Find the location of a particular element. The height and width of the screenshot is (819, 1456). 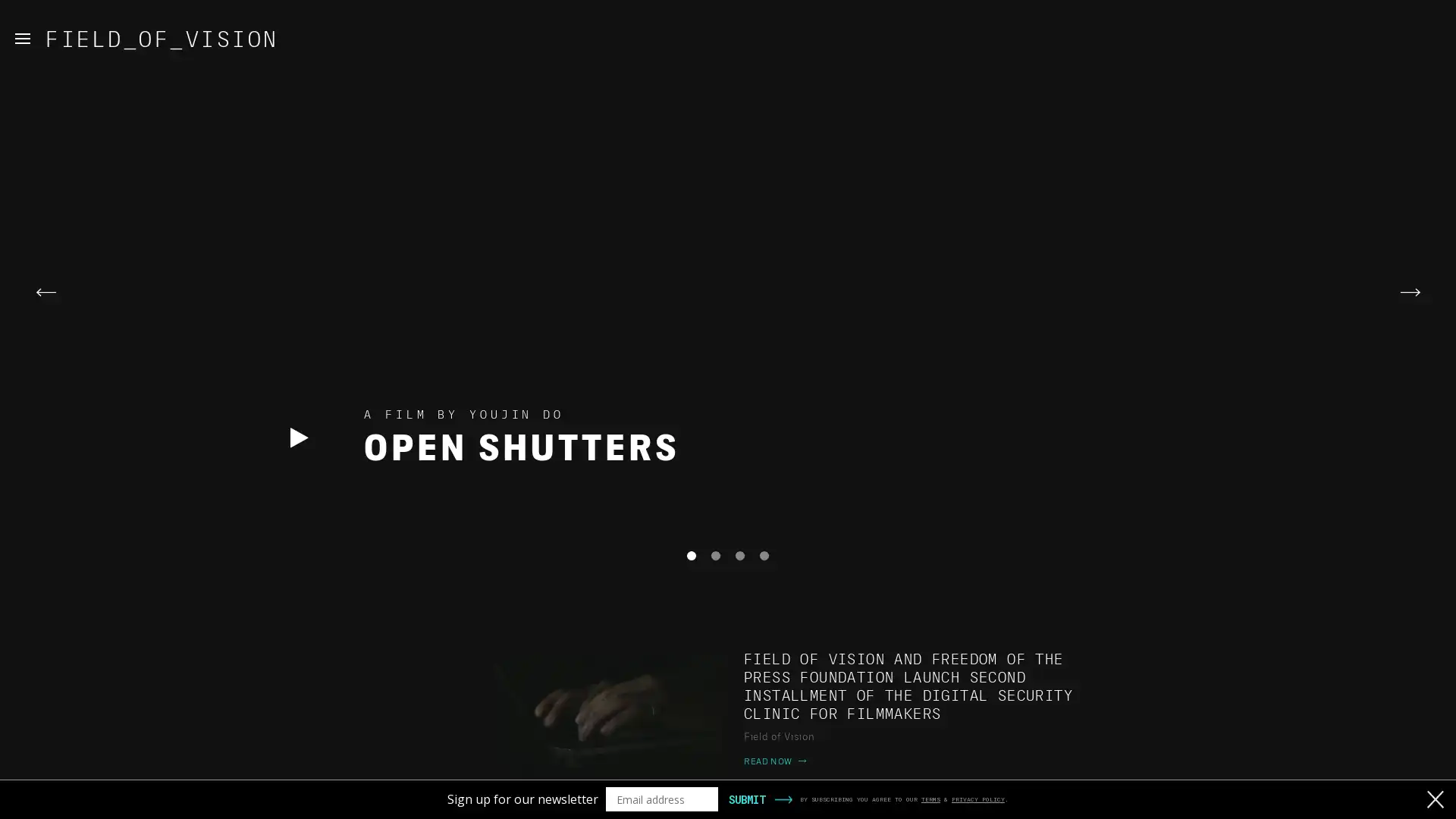

Sign up for our newsletter is located at coordinates (522, 798).